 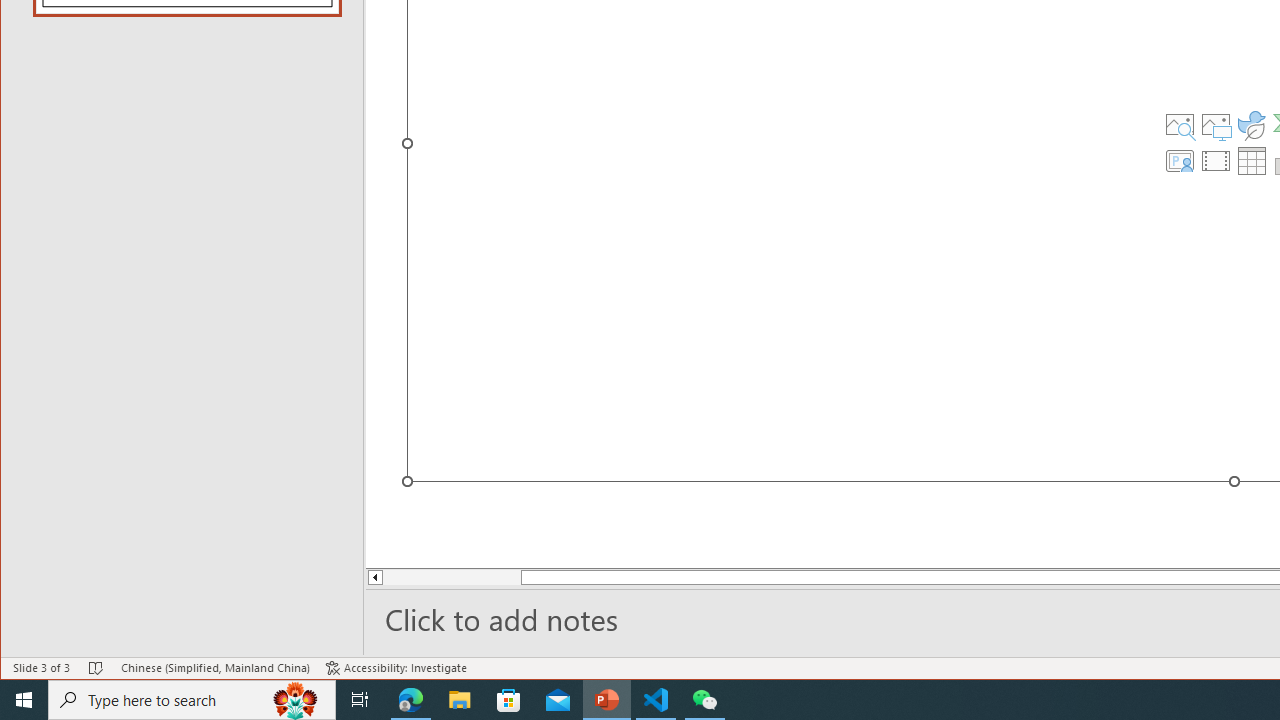 What do you see at coordinates (606, 698) in the screenshot?
I see `'PowerPoint - 1 running window'` at bounding box center [606, 698].